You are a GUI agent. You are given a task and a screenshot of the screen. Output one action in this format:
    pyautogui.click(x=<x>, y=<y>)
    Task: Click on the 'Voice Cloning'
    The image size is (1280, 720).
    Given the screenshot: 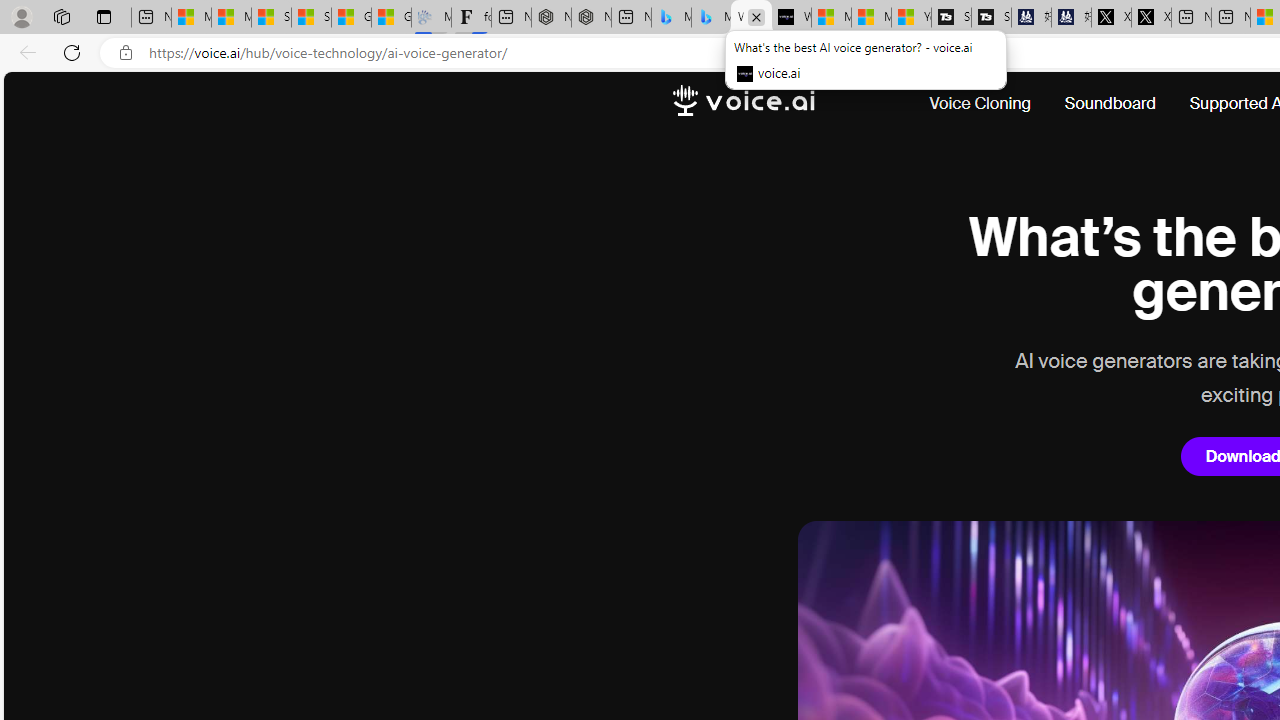 What is the action you would take?
    pyautogui.click(x=980, y=104)
    